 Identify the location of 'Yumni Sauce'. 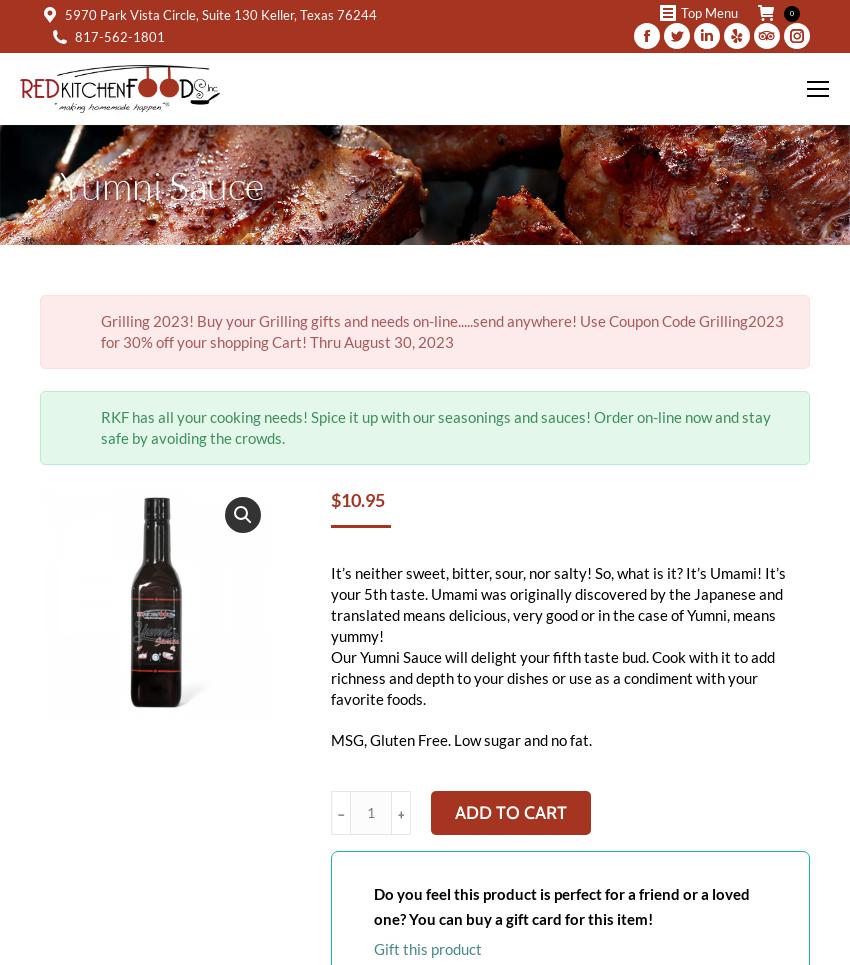
(162, 183).